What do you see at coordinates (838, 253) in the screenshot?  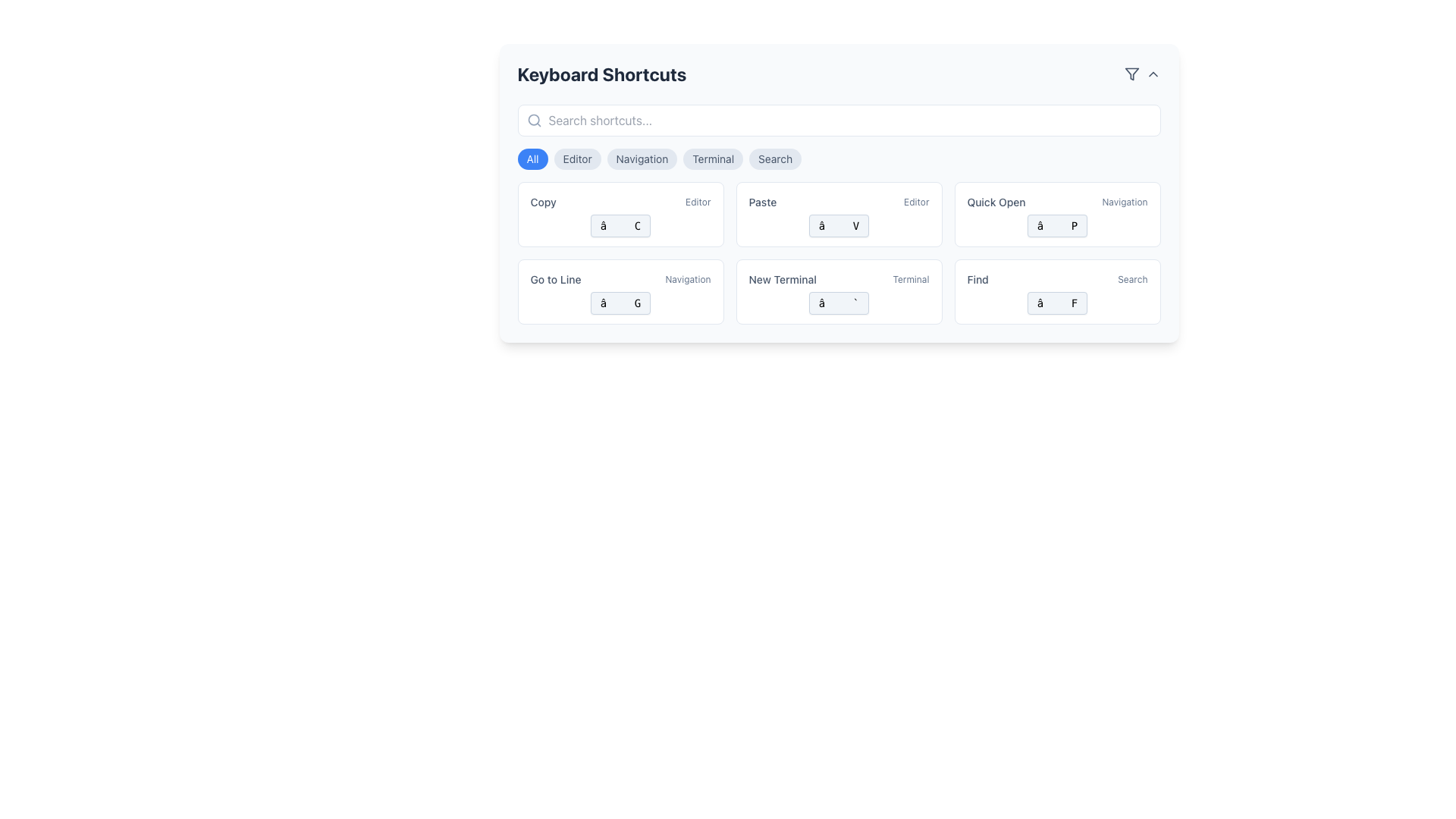 I see `the grid display containing multiple button-like components representing keyboard shortcuts, specifically targeting the second grid component in its respective row` at bounding box center [838, 253].